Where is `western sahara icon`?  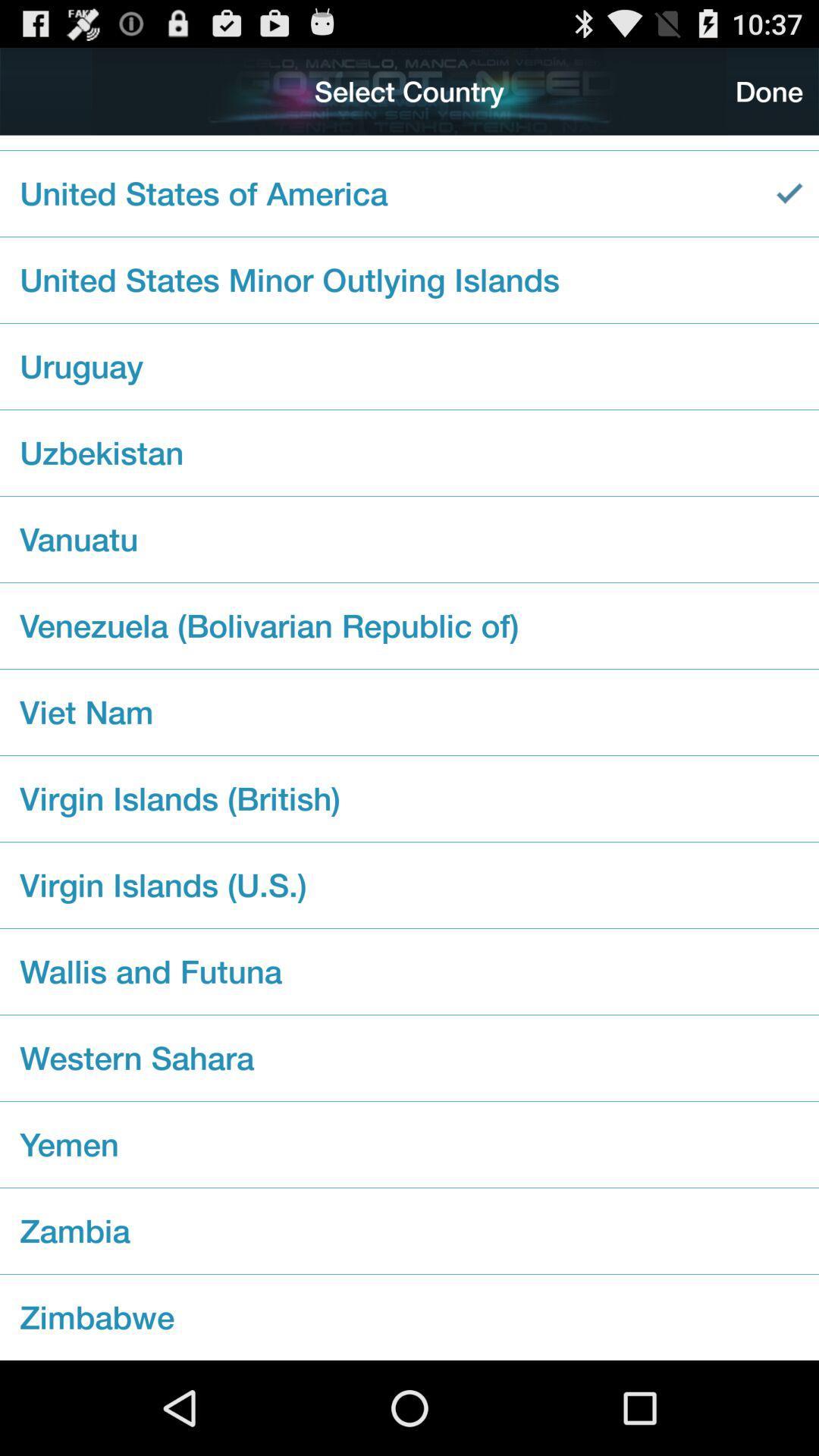 western sahara icon is located at coordinates (409, 1057).